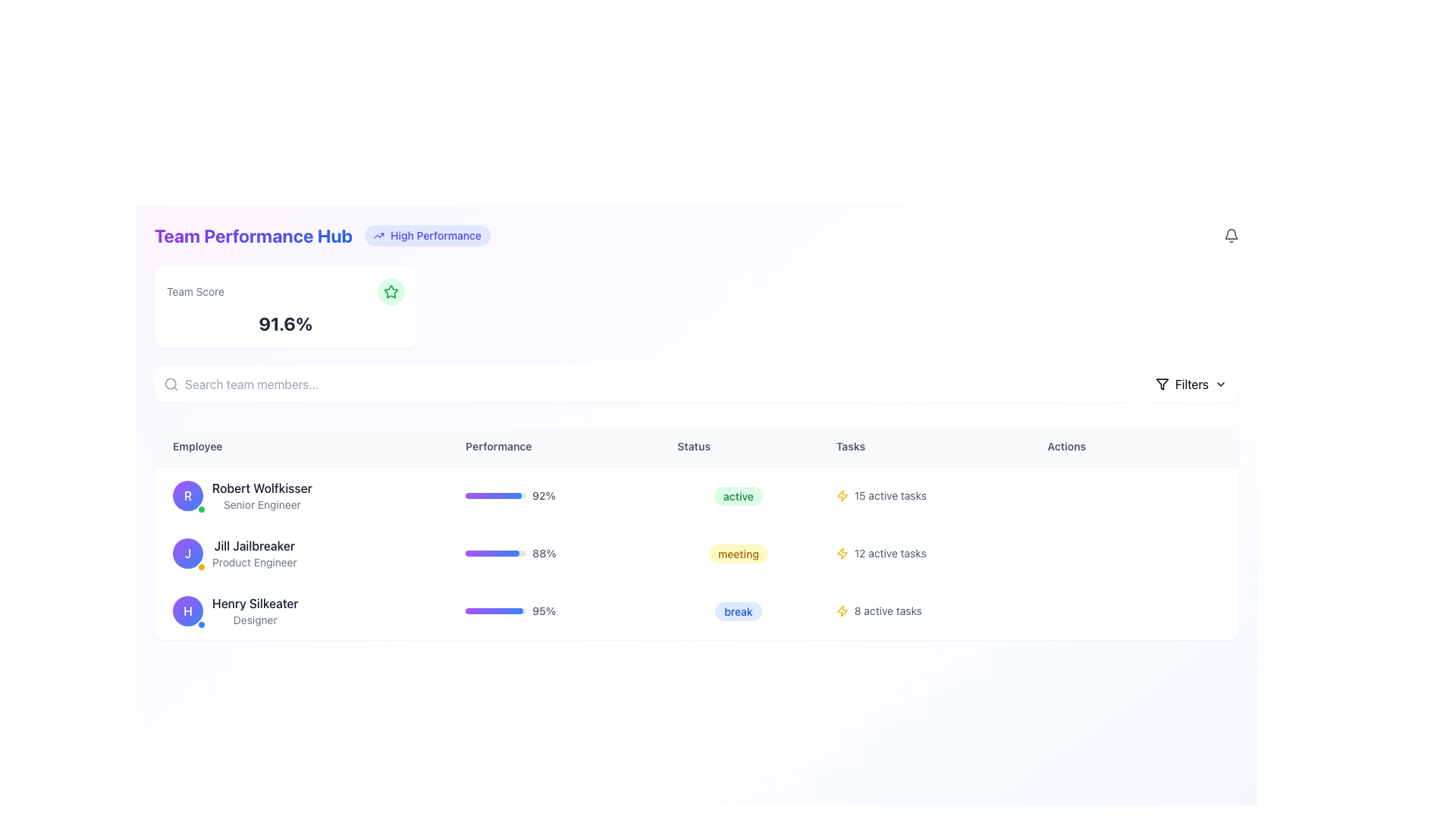  I want to click on text label providing the job title of the individual named 'Jill Jailbreaker', located in the employee list under their name, so click(254, 562).